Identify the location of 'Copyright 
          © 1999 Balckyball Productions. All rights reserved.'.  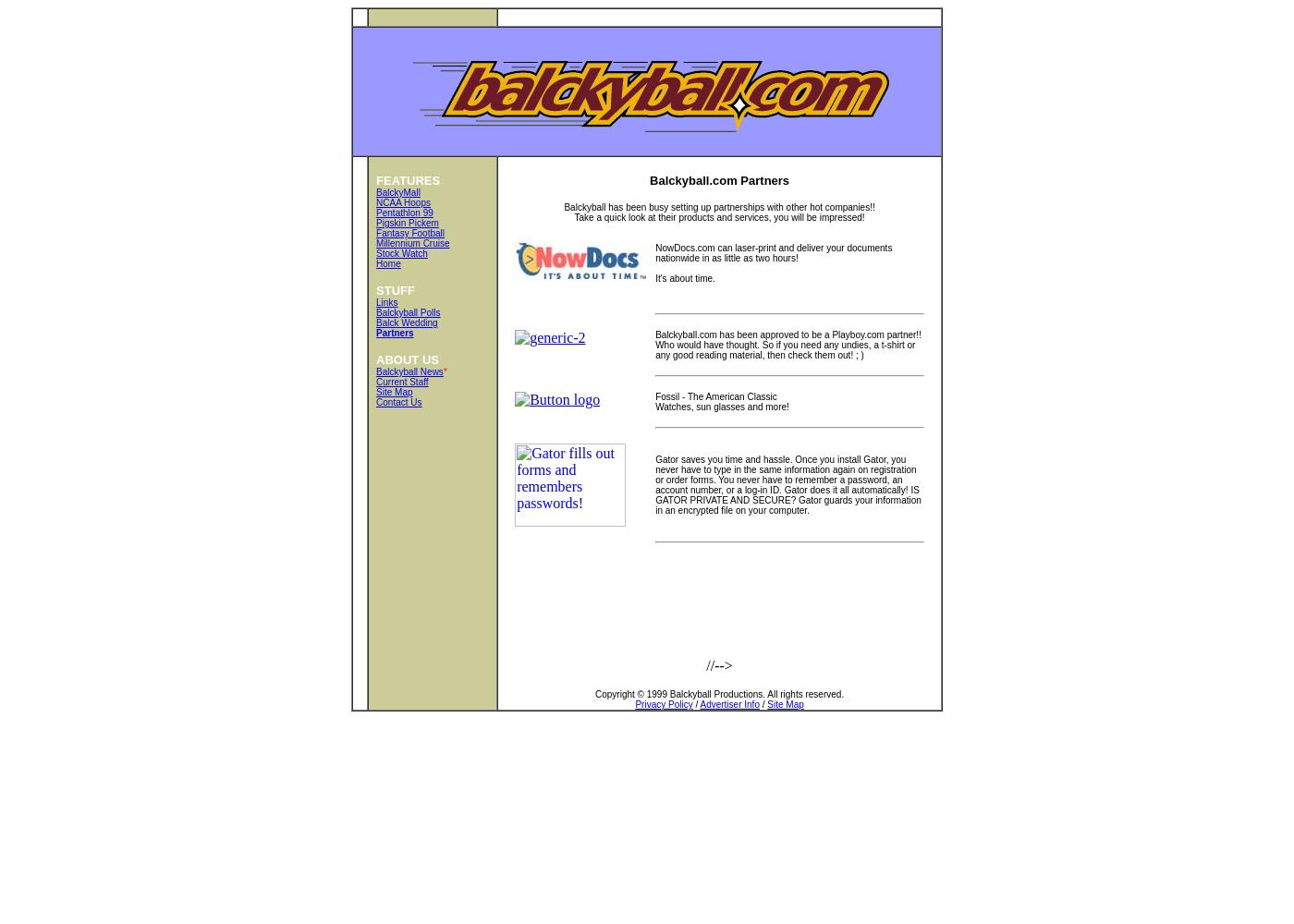
(719, 694).